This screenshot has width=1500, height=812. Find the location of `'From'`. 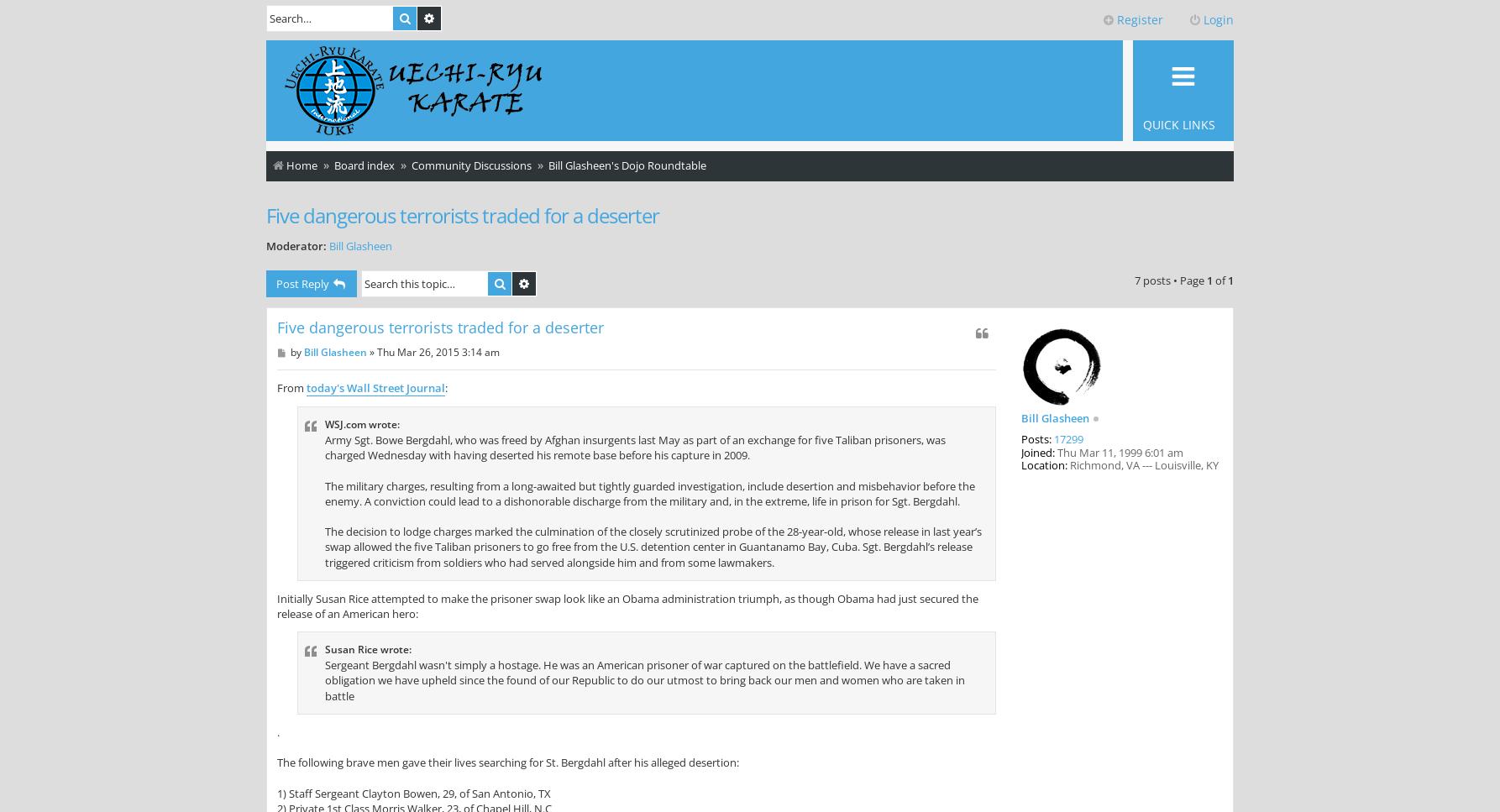

'From' is located at coordinates (291, 386).